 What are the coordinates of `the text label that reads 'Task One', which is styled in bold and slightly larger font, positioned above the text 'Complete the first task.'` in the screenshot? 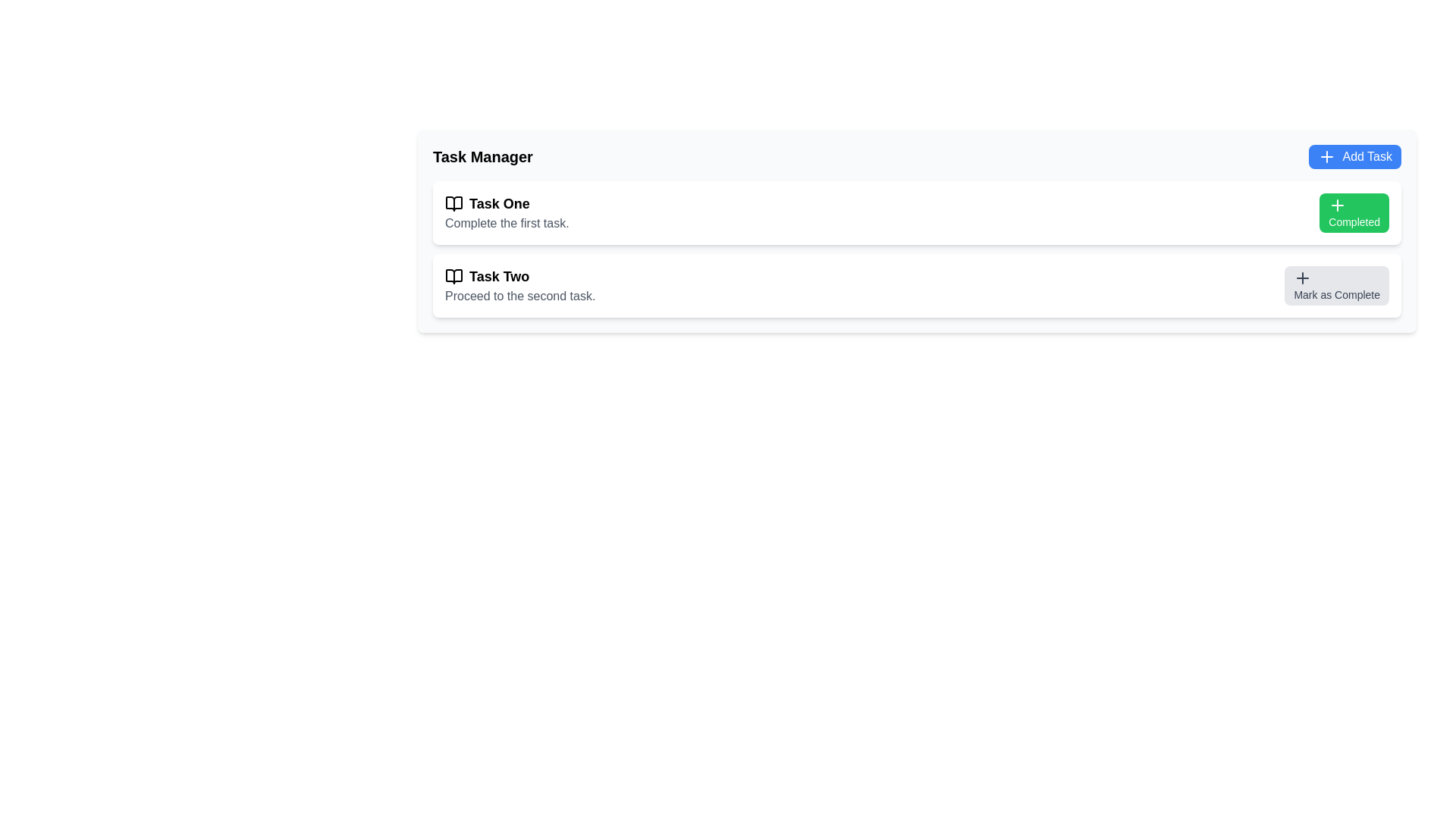 It's located at (507, 203).